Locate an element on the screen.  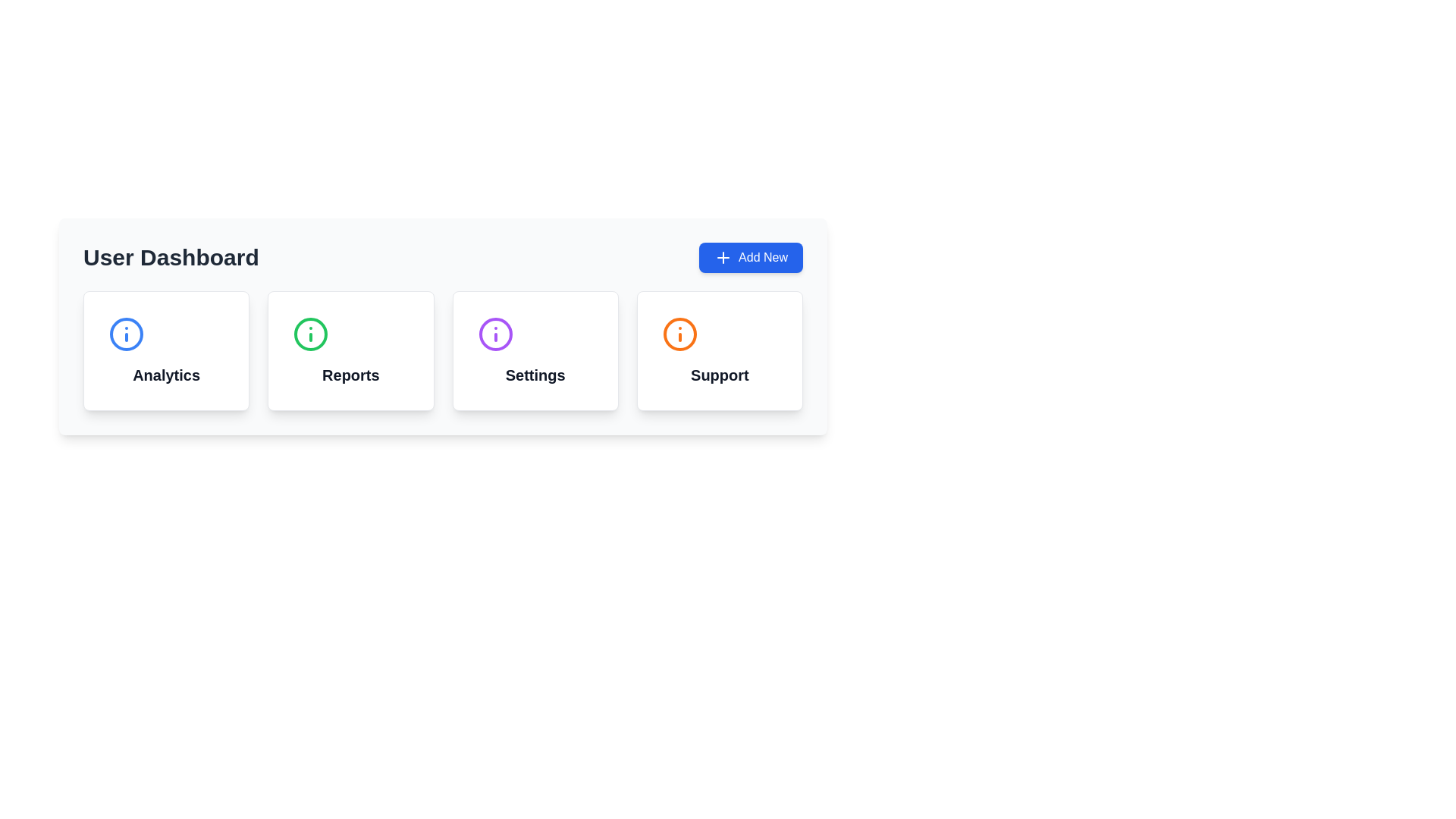
the circular green icon with an 'i' symbol located at the top center of the card labeled 'Reports', which is the second card from the left in the list of cards is located at coordinates (310, 333).